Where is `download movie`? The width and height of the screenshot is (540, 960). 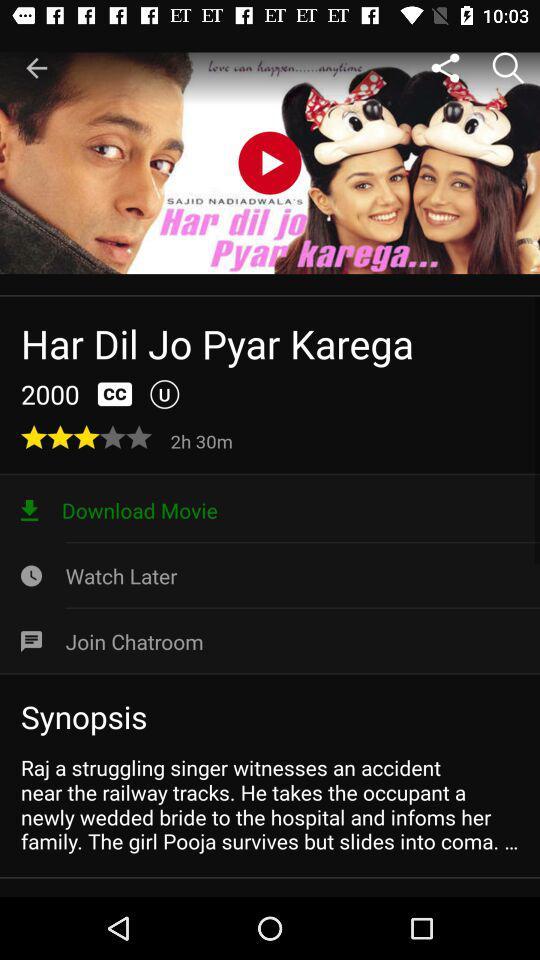
download movie is located at coordinates (270, 509).